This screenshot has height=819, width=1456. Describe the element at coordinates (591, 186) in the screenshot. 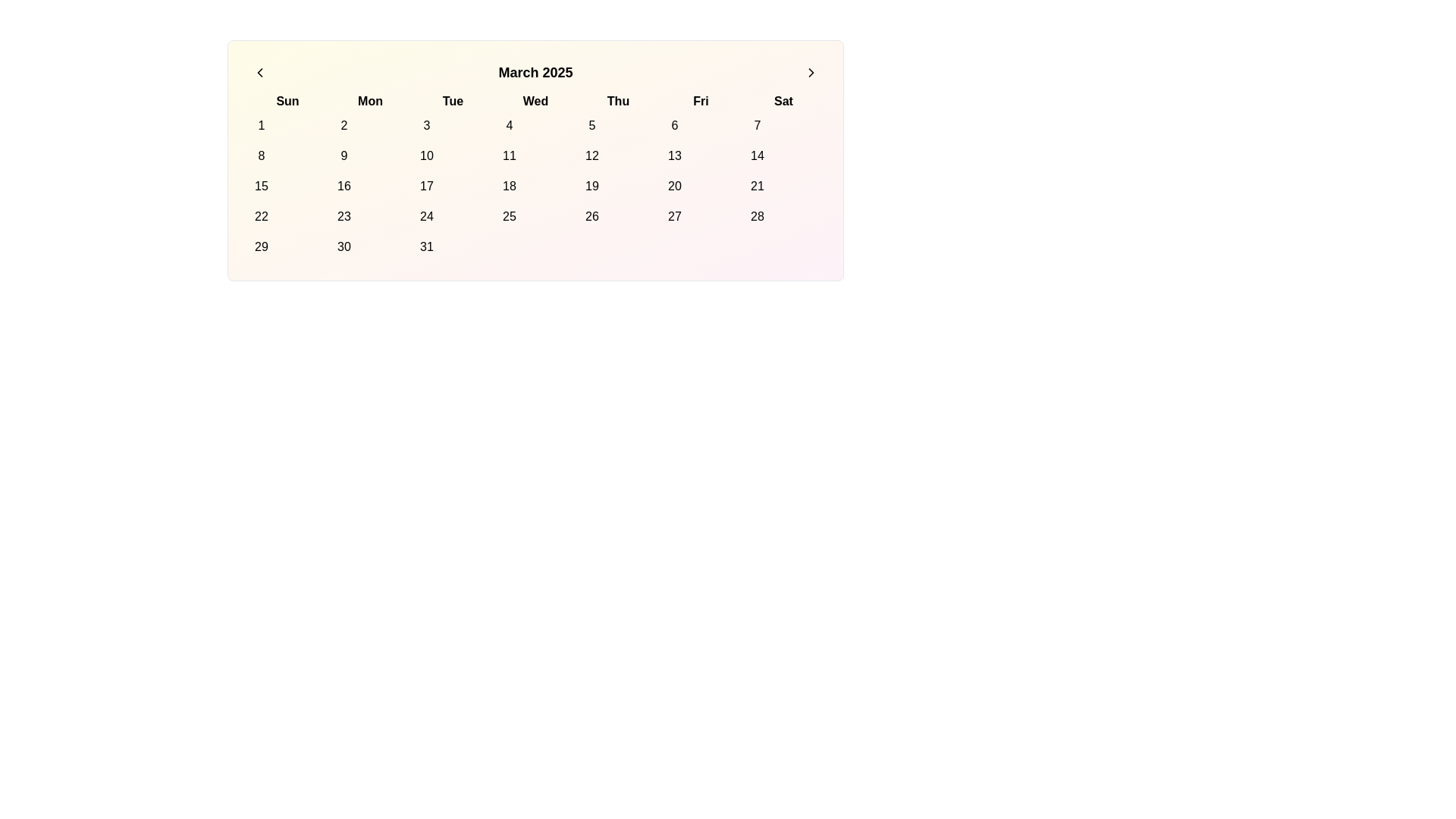

I see `the circular button displaying '19' in the calendar grid under 'Thu' (Thursday)` at that location.